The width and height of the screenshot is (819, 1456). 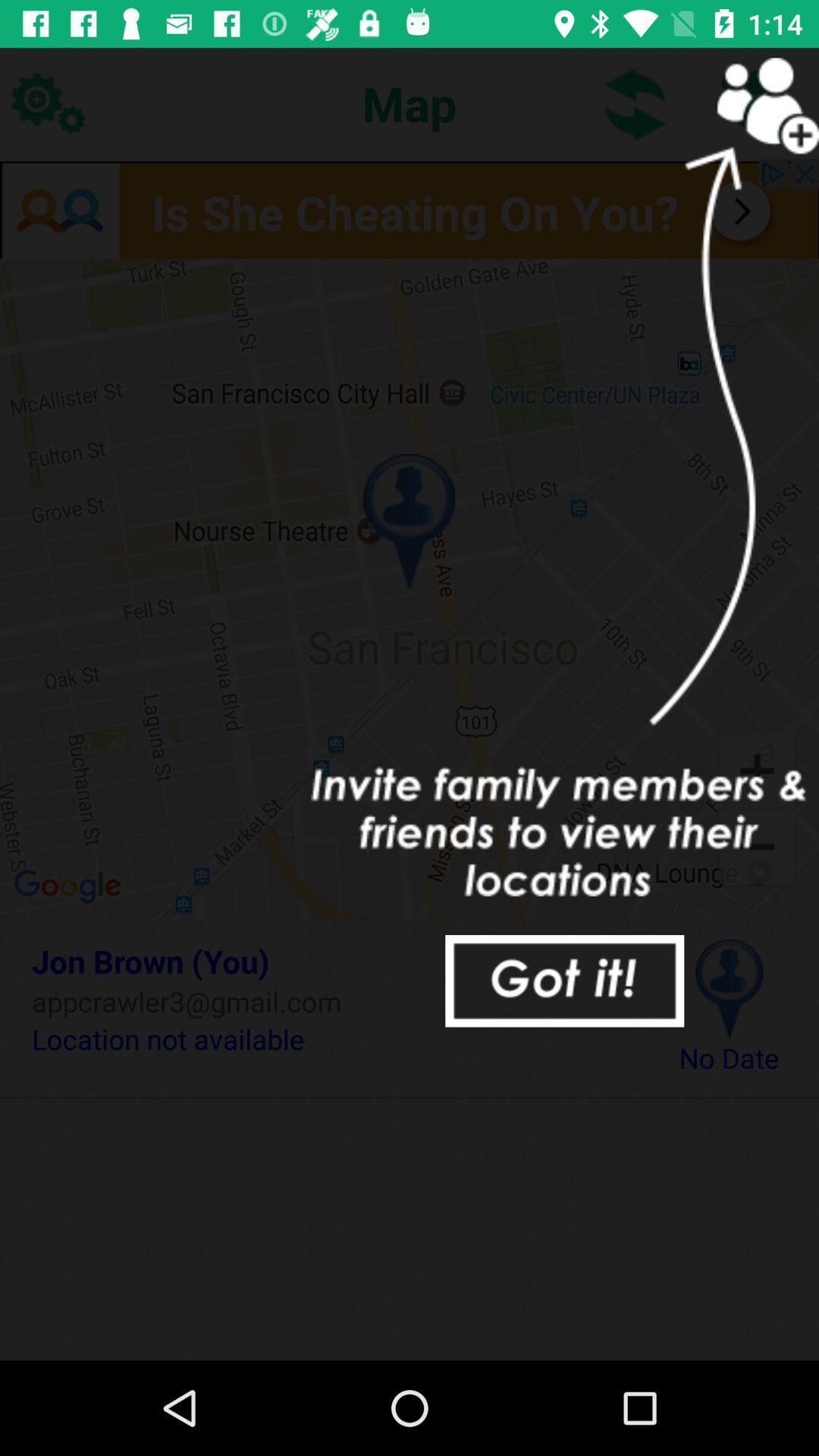 What do you see at coordinates (635, 102) in the screenshot?
I see `item to the right of the map icon` at bounding box center [635, 102].